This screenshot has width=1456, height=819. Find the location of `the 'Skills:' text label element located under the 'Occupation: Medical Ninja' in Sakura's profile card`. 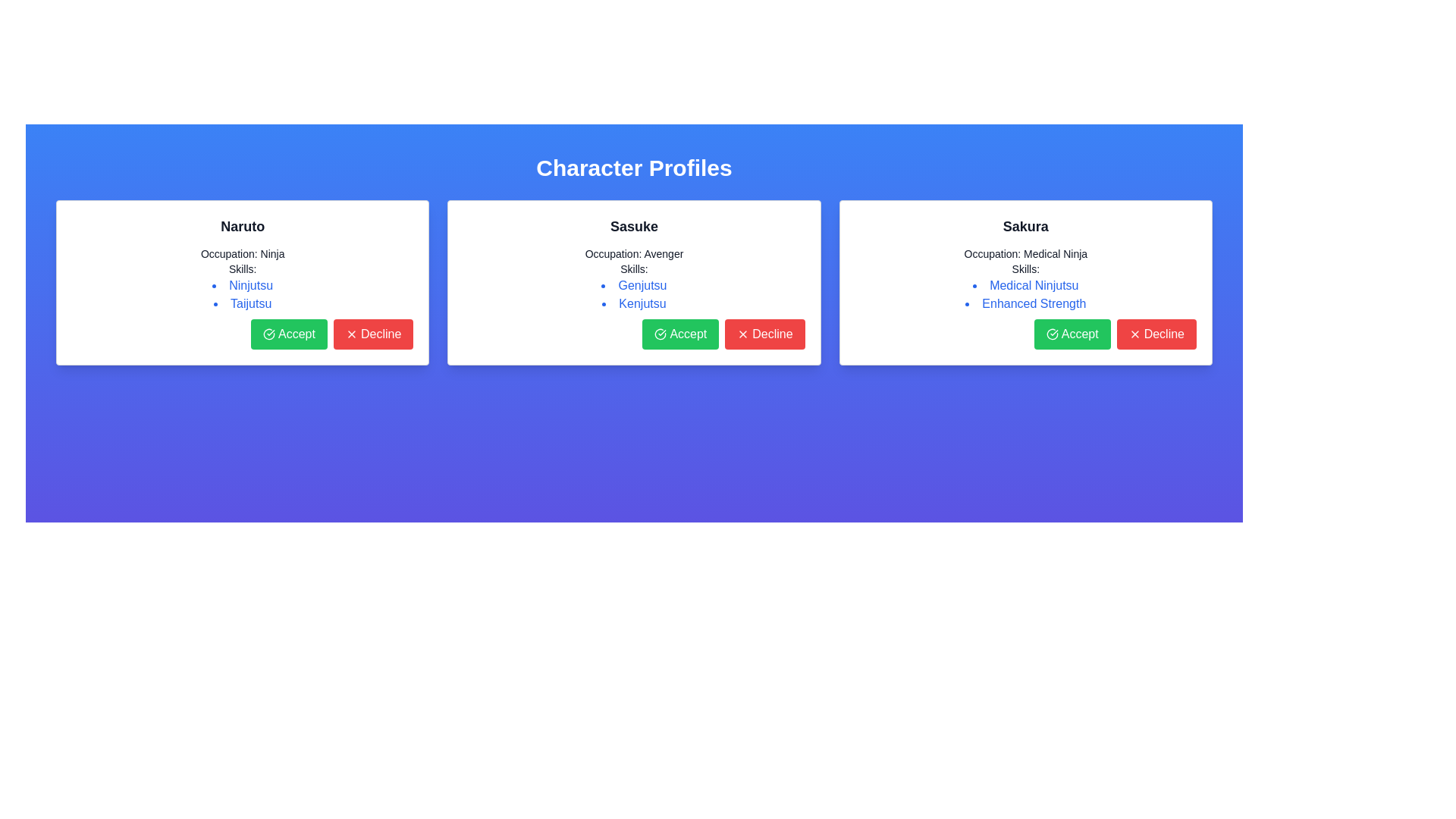

the 'Skills:' text label element located under the 'Occupation: Medical Ninja' in Sakura's profile card is located at coordinates (1025, 268).